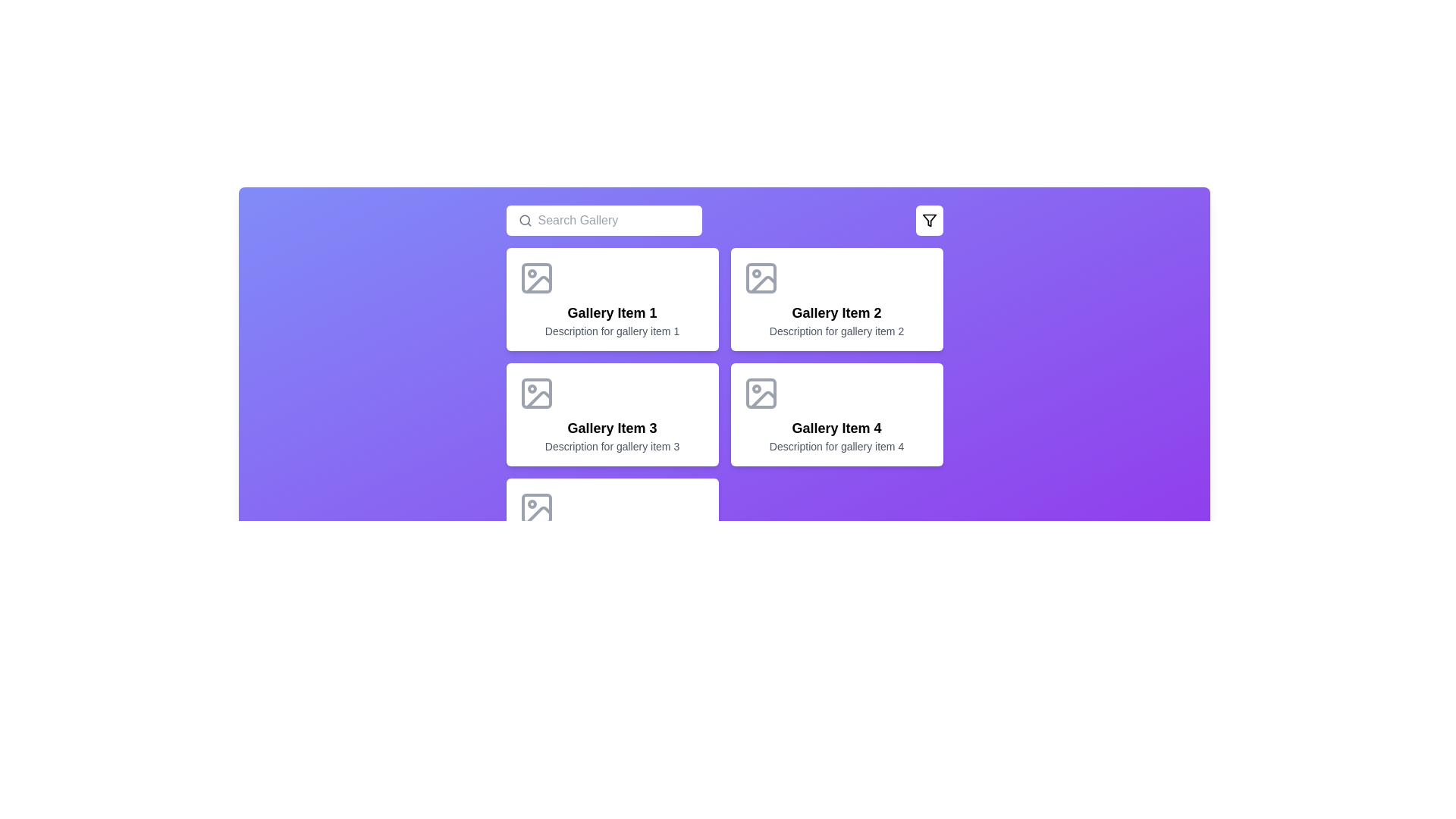 This screenshot has height=819, width=1456. Describe the element at coordinates (538, 284) in the screenshot. I see `the decorative icon located in the lower section of the graphical image placeholder of the top-left gallery item card labeled 'Gallery Item 1'` at that location.